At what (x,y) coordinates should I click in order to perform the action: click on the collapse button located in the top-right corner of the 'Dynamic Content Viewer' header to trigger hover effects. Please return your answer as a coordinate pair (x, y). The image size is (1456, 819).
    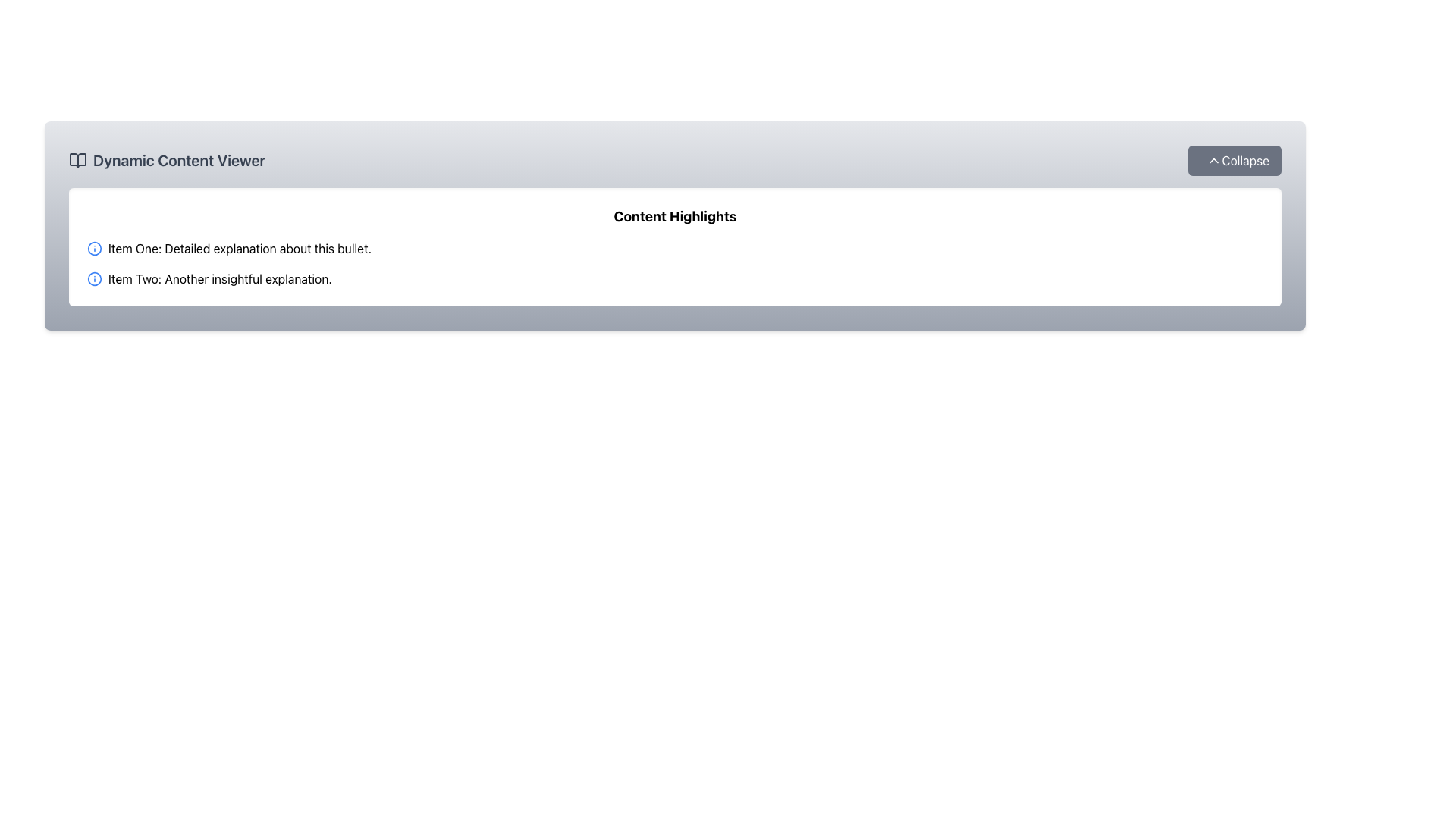
    Looking at the image, I should click on (1235, 161).